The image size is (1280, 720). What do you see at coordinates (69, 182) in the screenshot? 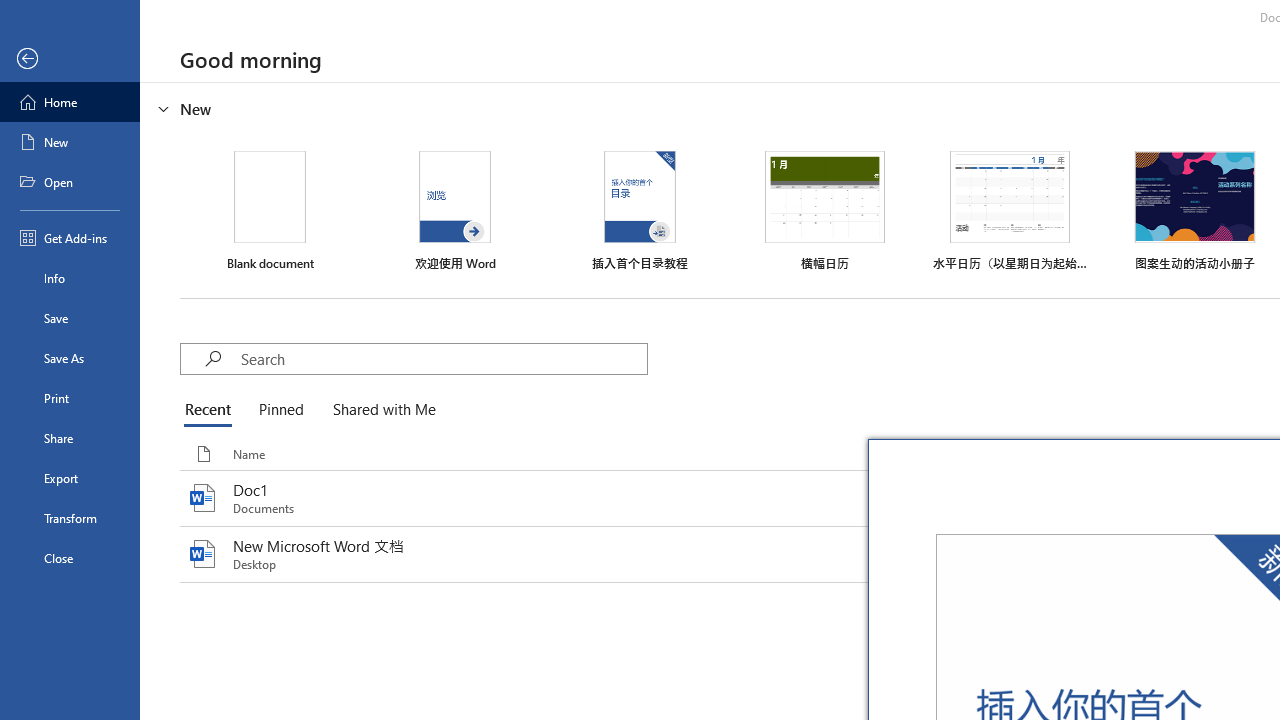
I see `'Open'` at bounding box center [69, 182].